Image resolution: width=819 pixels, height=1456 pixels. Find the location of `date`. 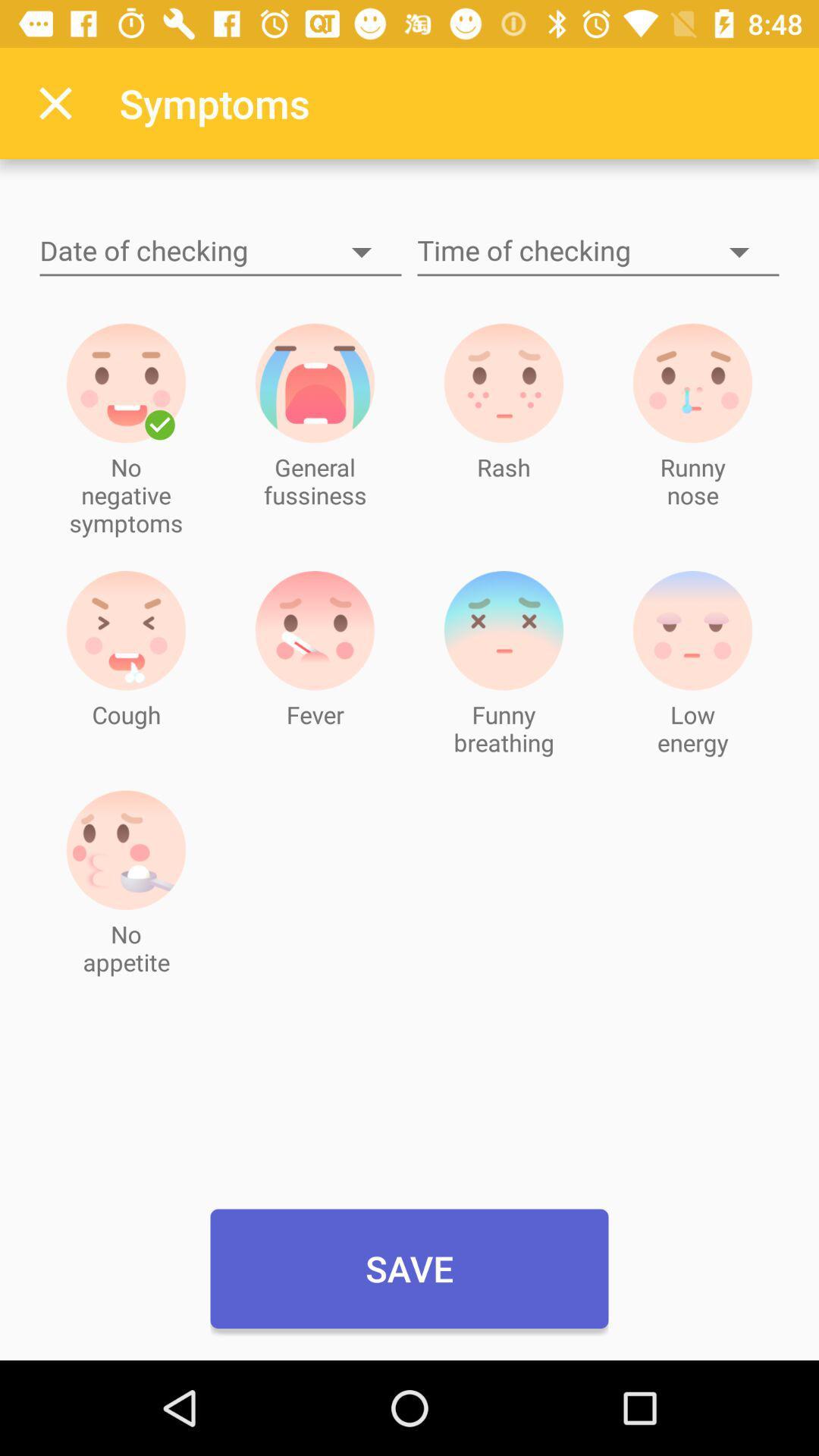

date is located at coordinates (220, 252).